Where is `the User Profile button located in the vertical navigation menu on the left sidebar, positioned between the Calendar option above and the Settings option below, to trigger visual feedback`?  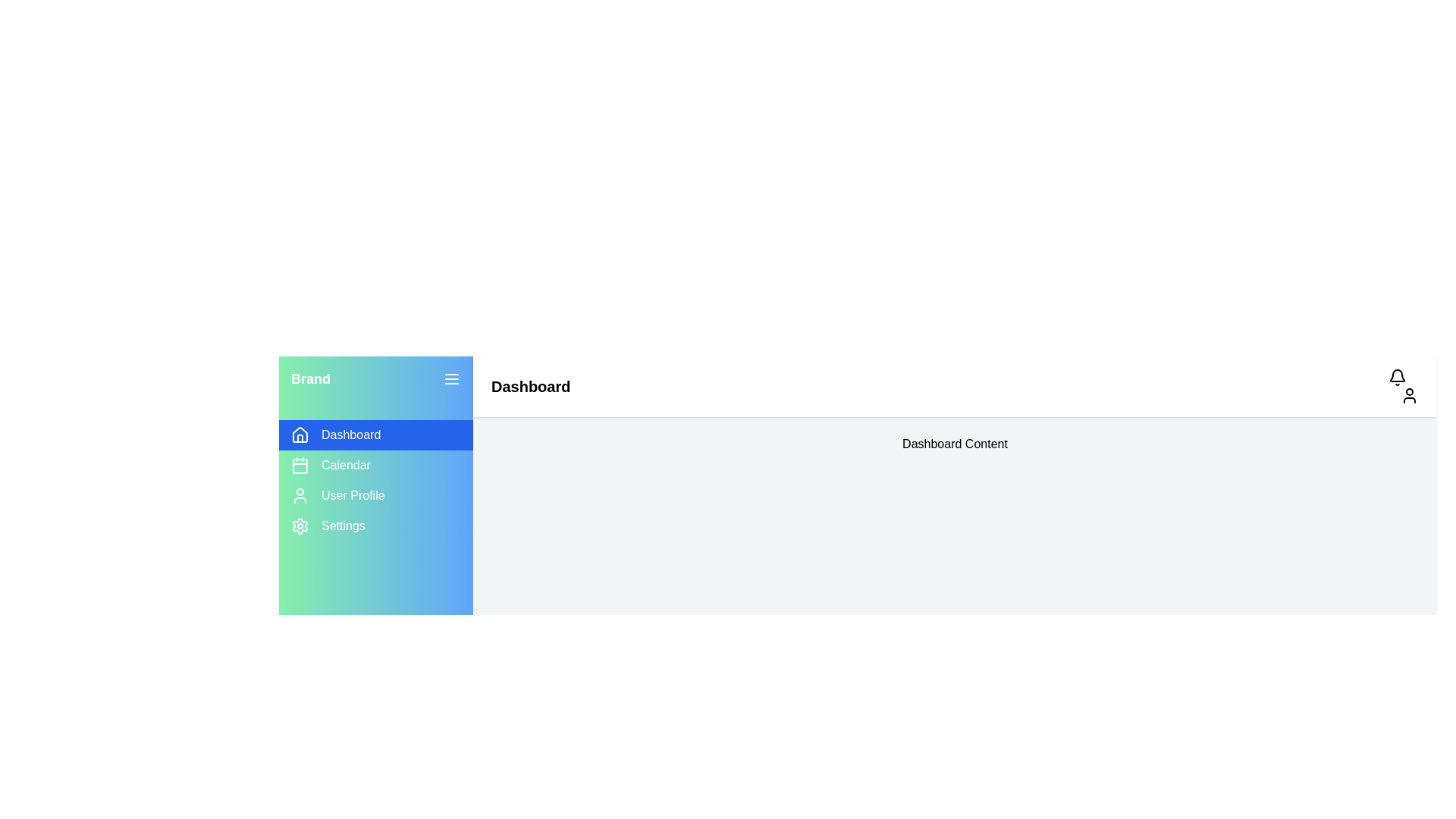 the User Profile button located in the vertical navigation menu on the left sidebar, positioned between the Calendar option above and the Settings option below, to trigger visual feedback is located at coordinates (375, 496).